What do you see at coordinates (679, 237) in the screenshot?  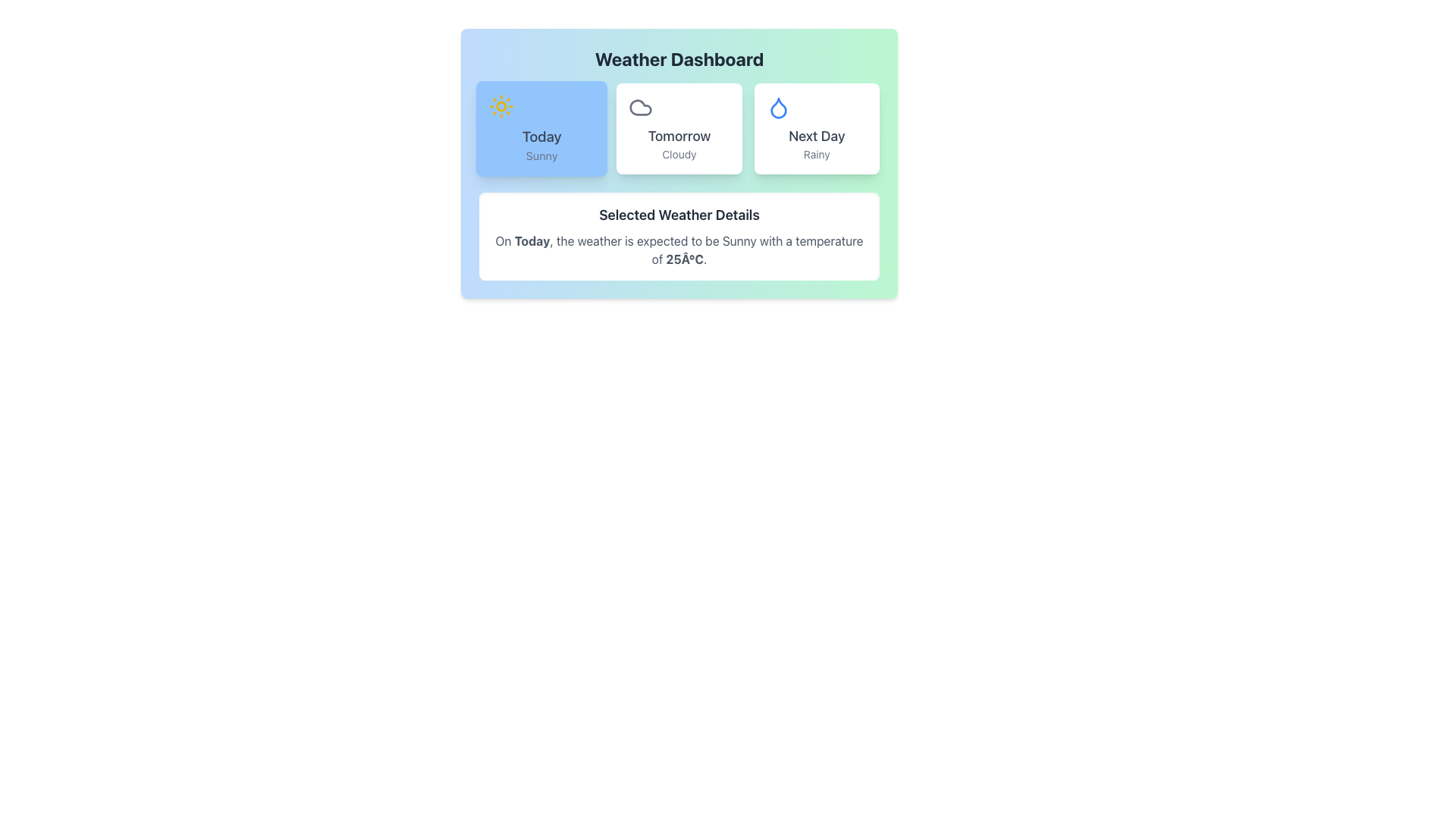 I see `displayed weather details from the informational text section located below the weather forecast cards on the Weather Dashboard` at bounding box center [679, 237].